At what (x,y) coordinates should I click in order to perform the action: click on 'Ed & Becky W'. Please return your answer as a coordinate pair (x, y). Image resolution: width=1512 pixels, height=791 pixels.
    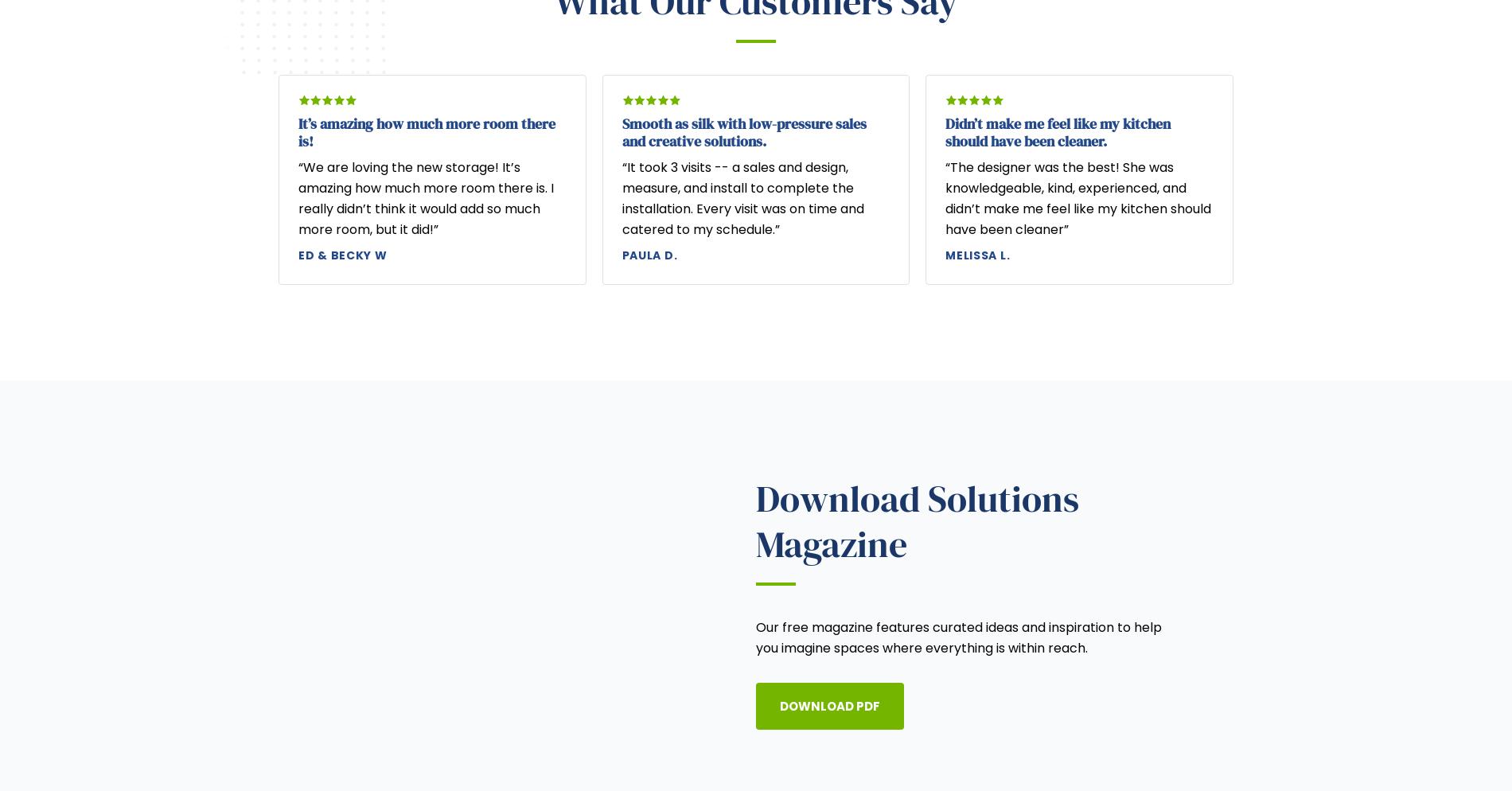
    Looking at the image, I should click on (341, 255).